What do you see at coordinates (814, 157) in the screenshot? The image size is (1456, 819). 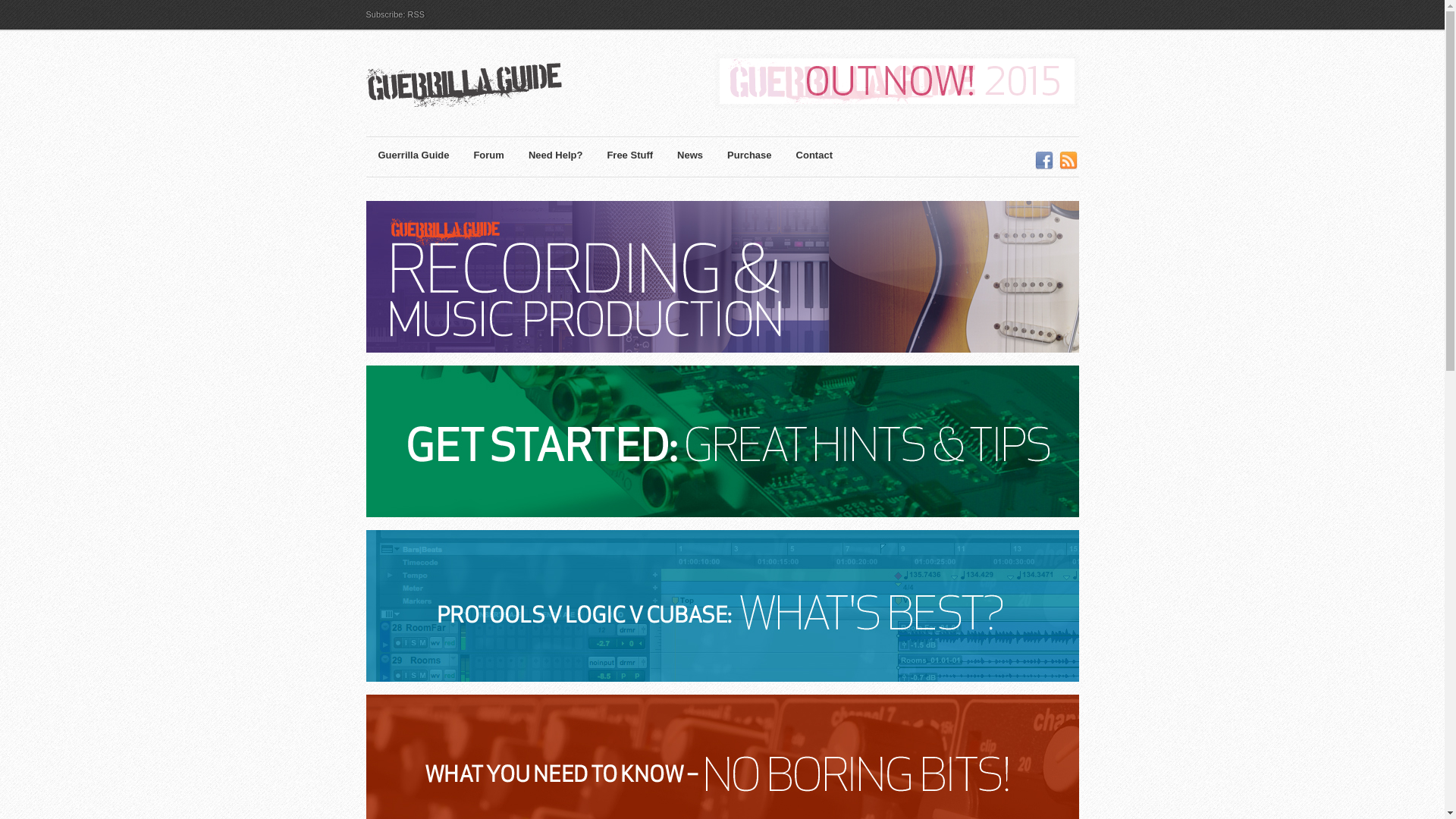 I see `'Contact'` at bounding box center [814, 157].